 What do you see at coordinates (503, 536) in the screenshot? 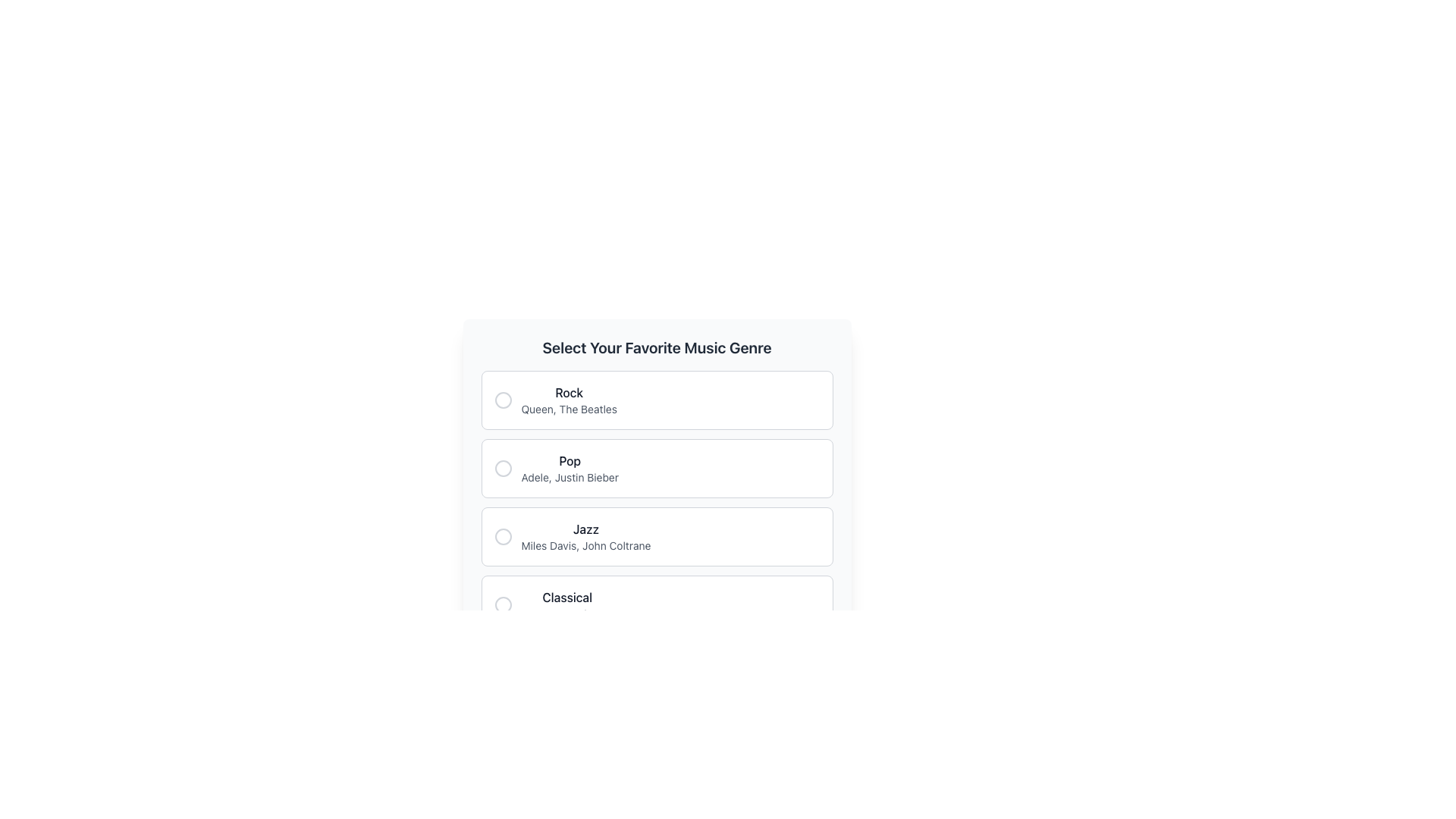
I see `the radio button for the 'Jazz' music genre` at bounding box center [503, 536].